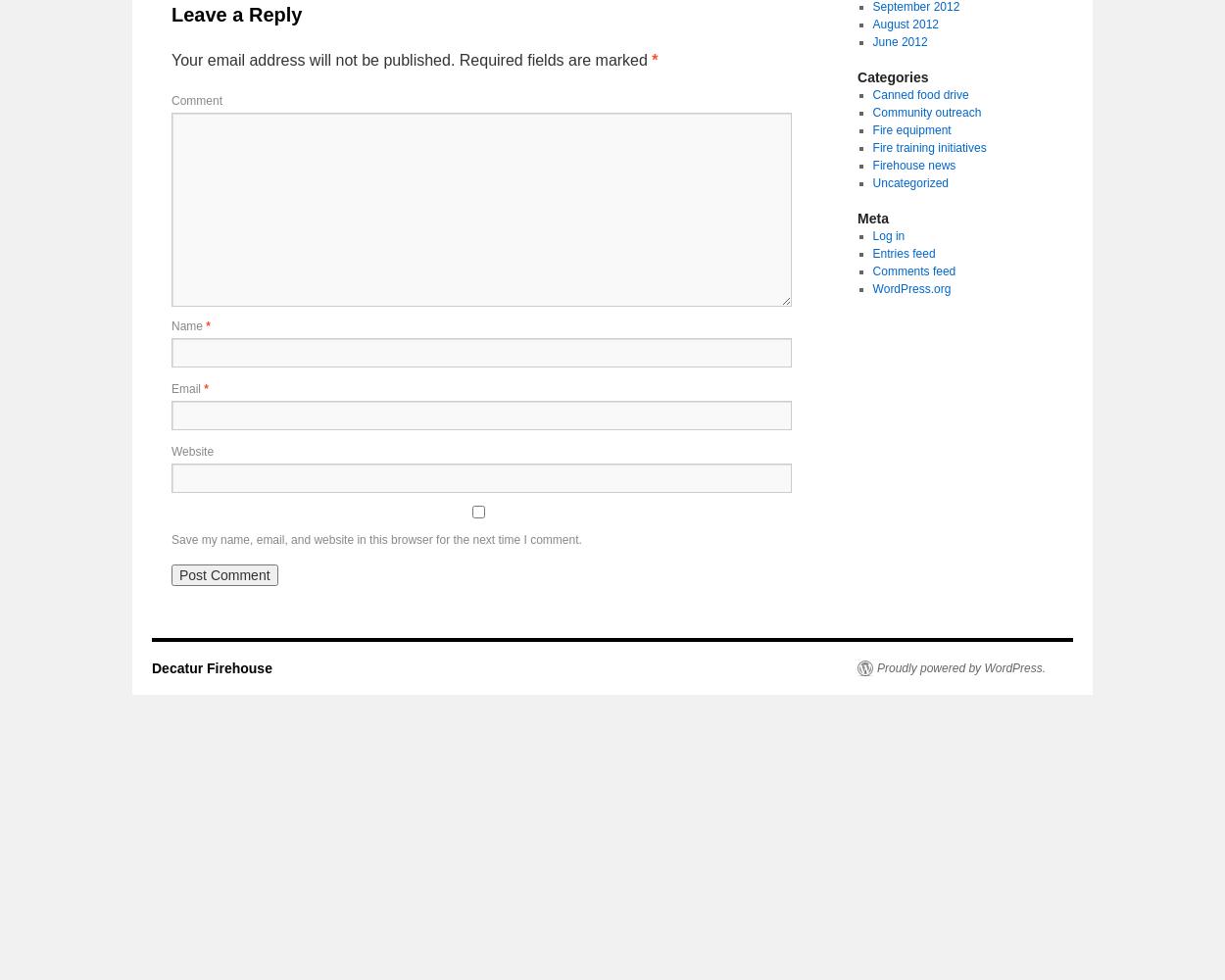  What do you see at coordinates (186, 389) in the screenshot?
I see `'Email'` at bounding box center [186, 389].